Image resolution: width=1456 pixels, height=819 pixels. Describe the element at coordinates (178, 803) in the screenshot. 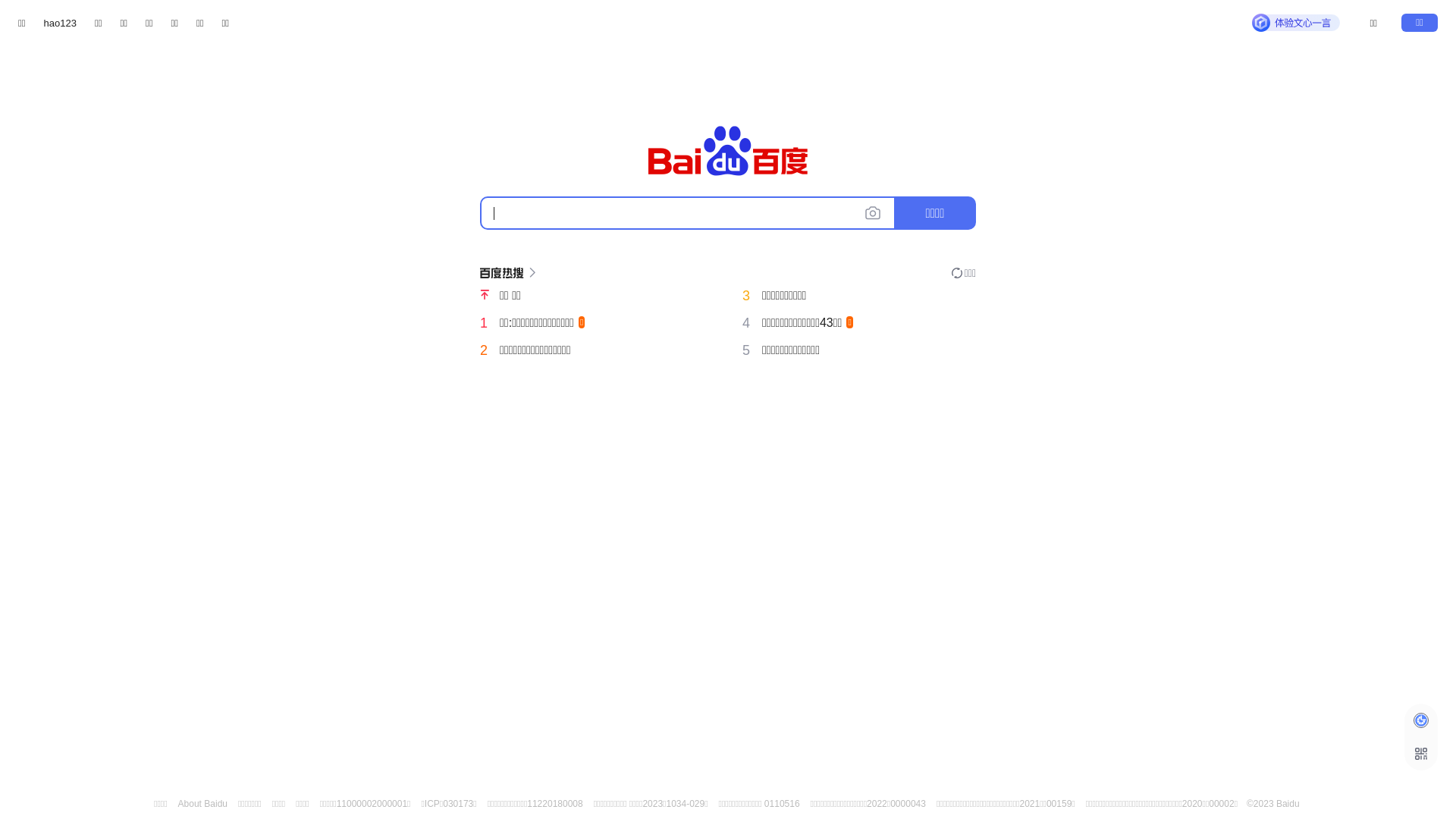

I see `'About Baidu'` at that location.